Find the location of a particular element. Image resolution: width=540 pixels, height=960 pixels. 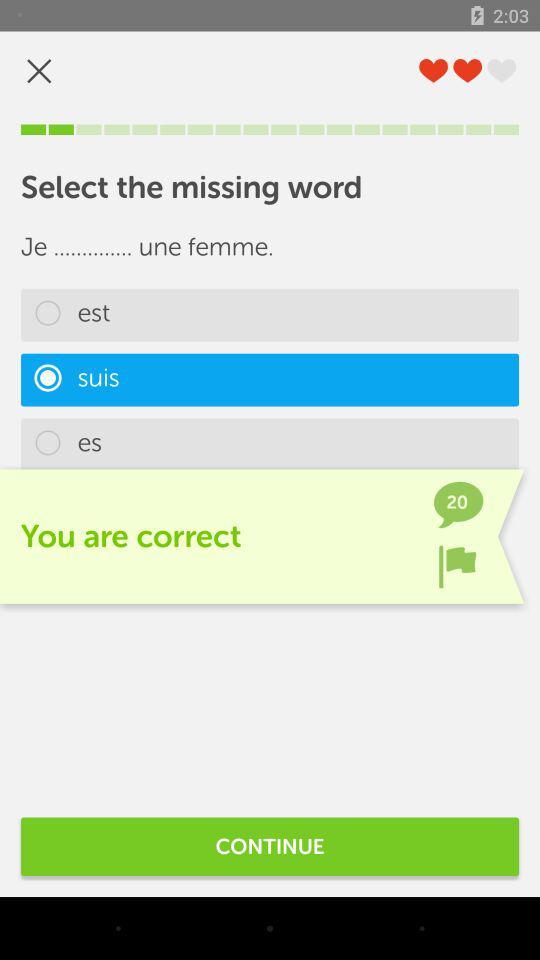

the close icon is located at coordinates (39, 71).